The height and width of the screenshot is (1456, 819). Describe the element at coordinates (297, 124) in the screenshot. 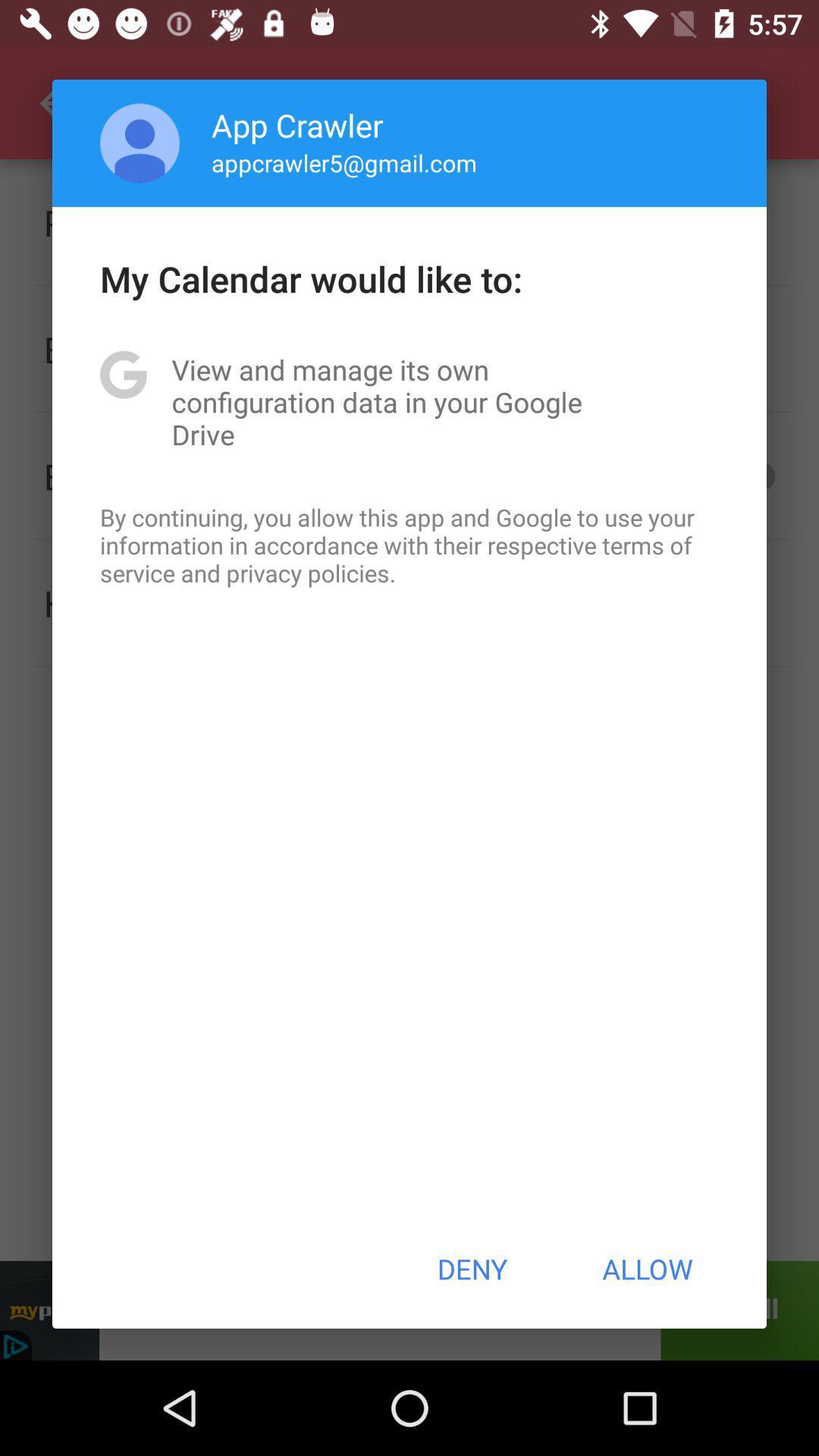

I see `the app crawler` at that location.